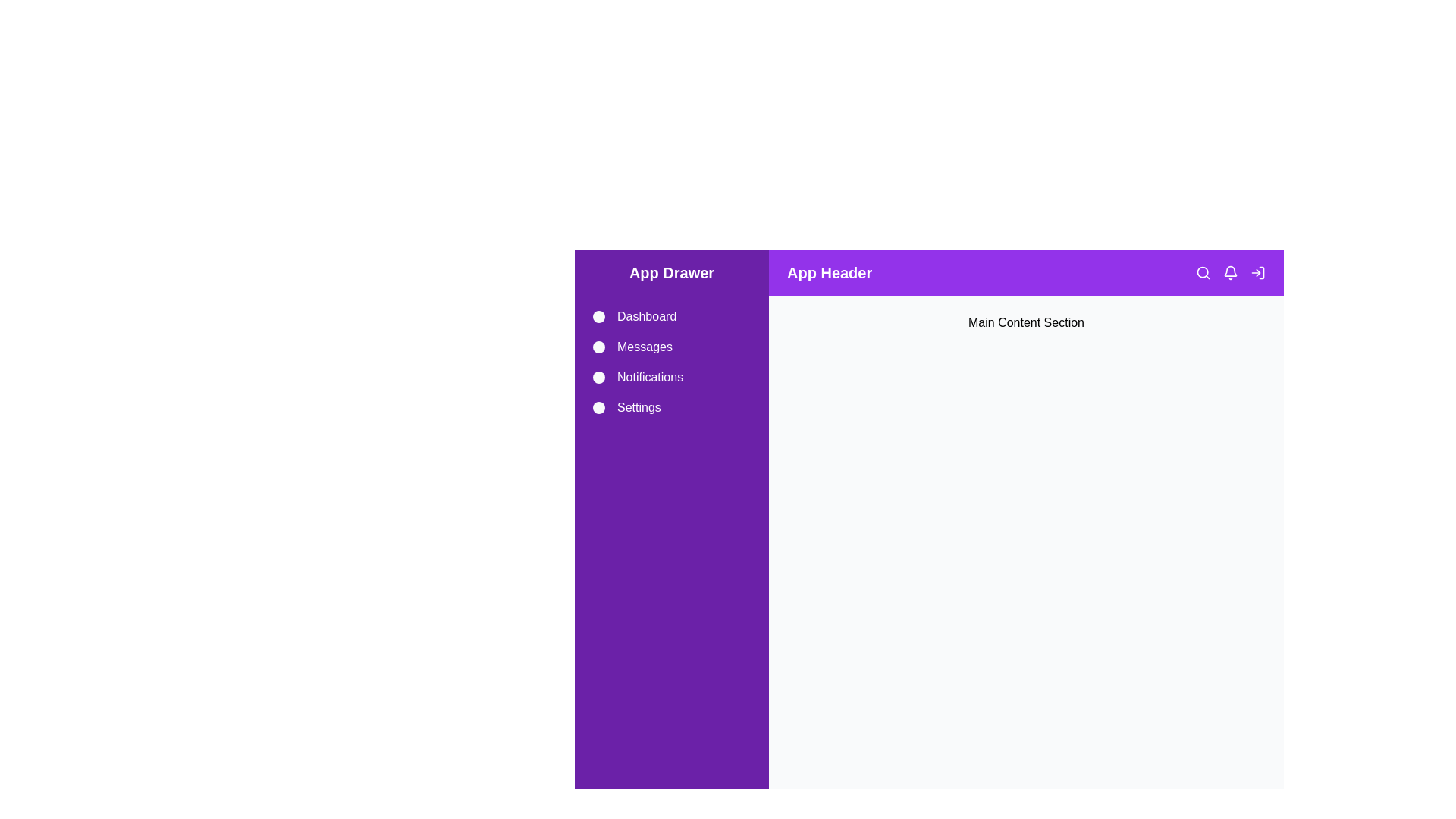 This screenshot has width=1456, height=819. I want to click on the Dashboard drawer item to navigate, so click(671, 315).